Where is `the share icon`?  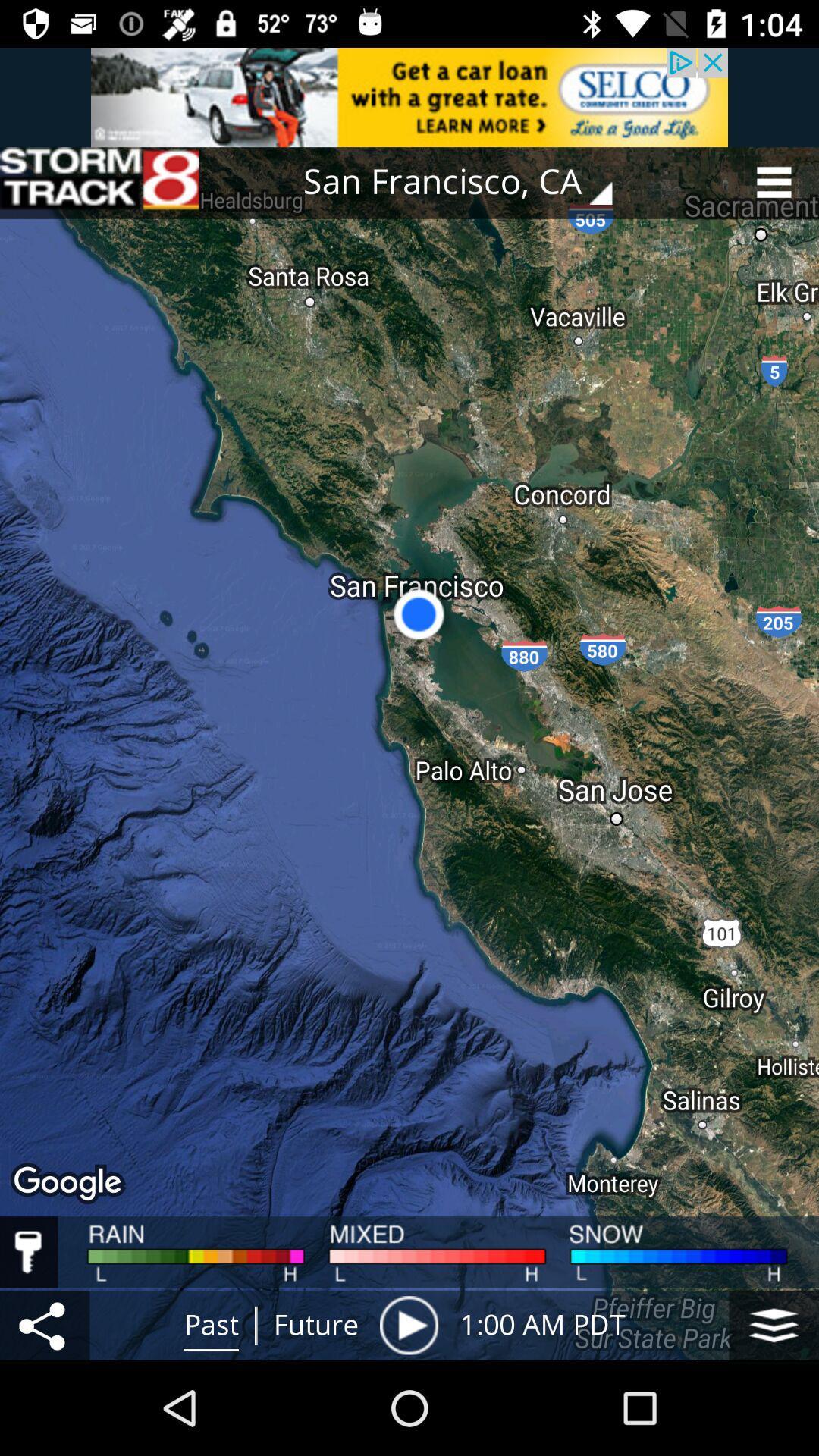 the share icon is located at coordinates (44, 1324).